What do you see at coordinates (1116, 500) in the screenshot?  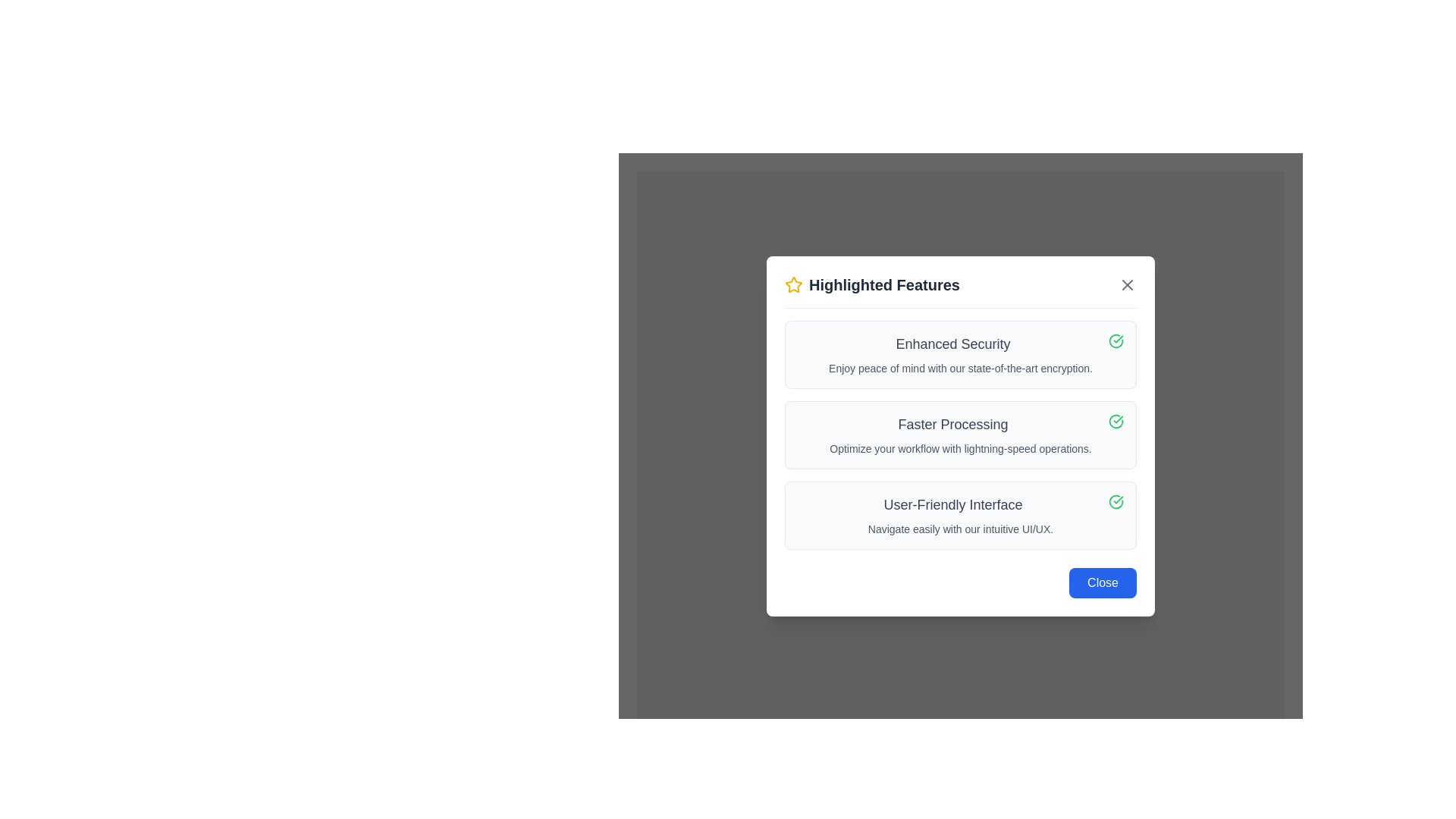 I see `the circular green outlined check icon located in the top-right corner of the 'User-Friendly Interface' section in the 'Highlighted Features' modal` at bounding box center [1116, 500].